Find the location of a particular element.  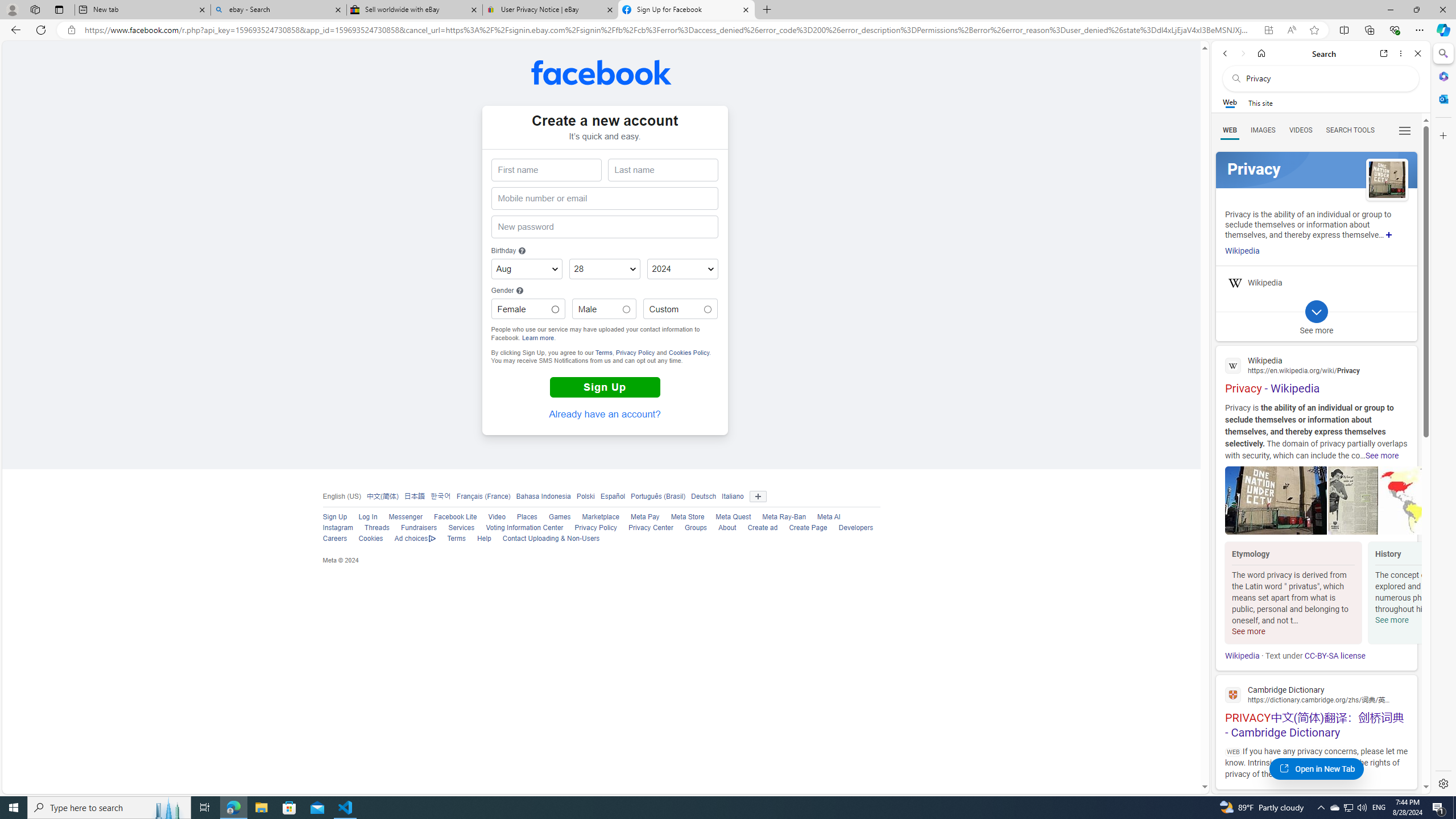

'Threads' is located at coordinates (371, 527).